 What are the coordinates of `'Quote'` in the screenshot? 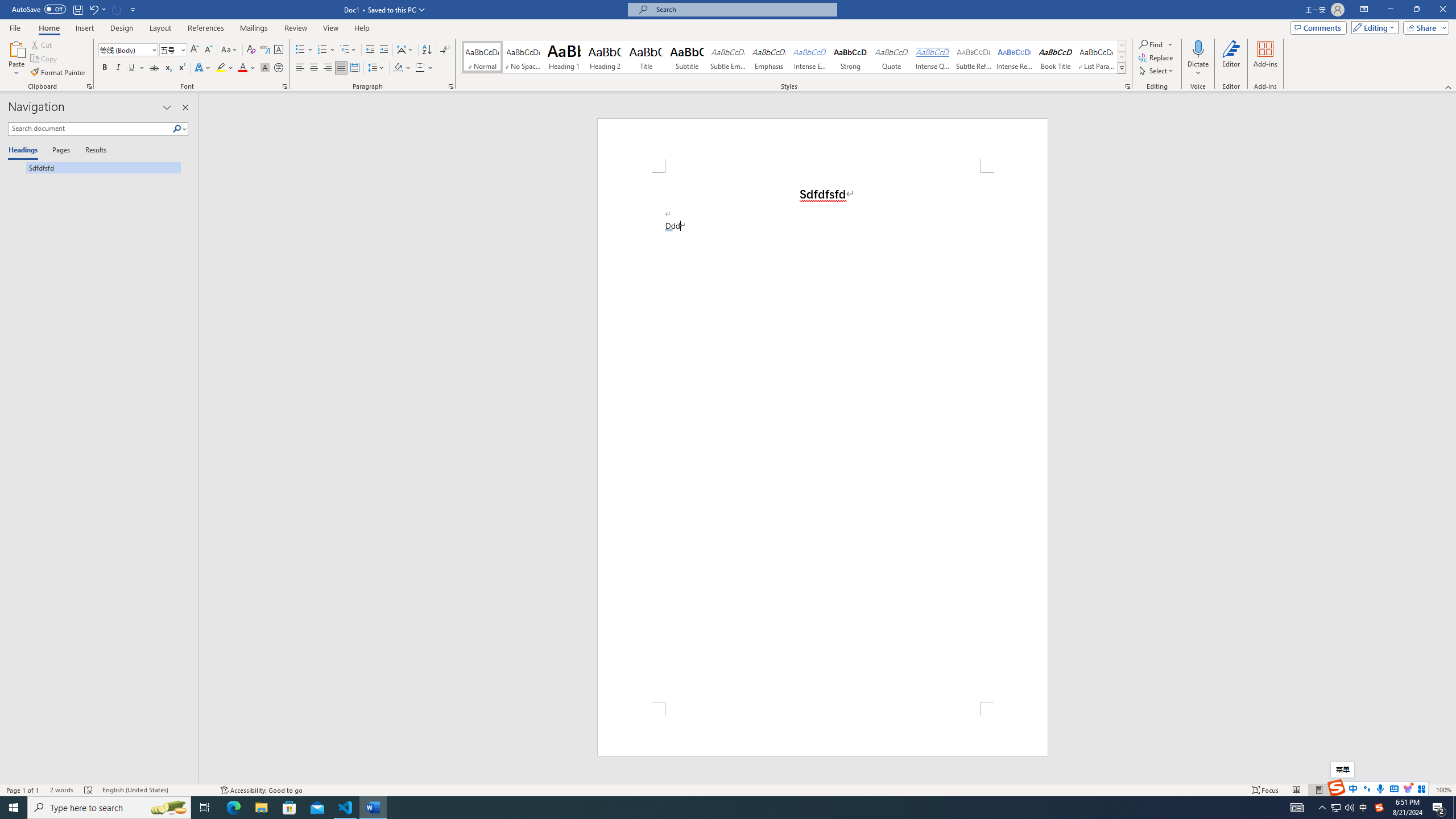 It's located at (892, 56).